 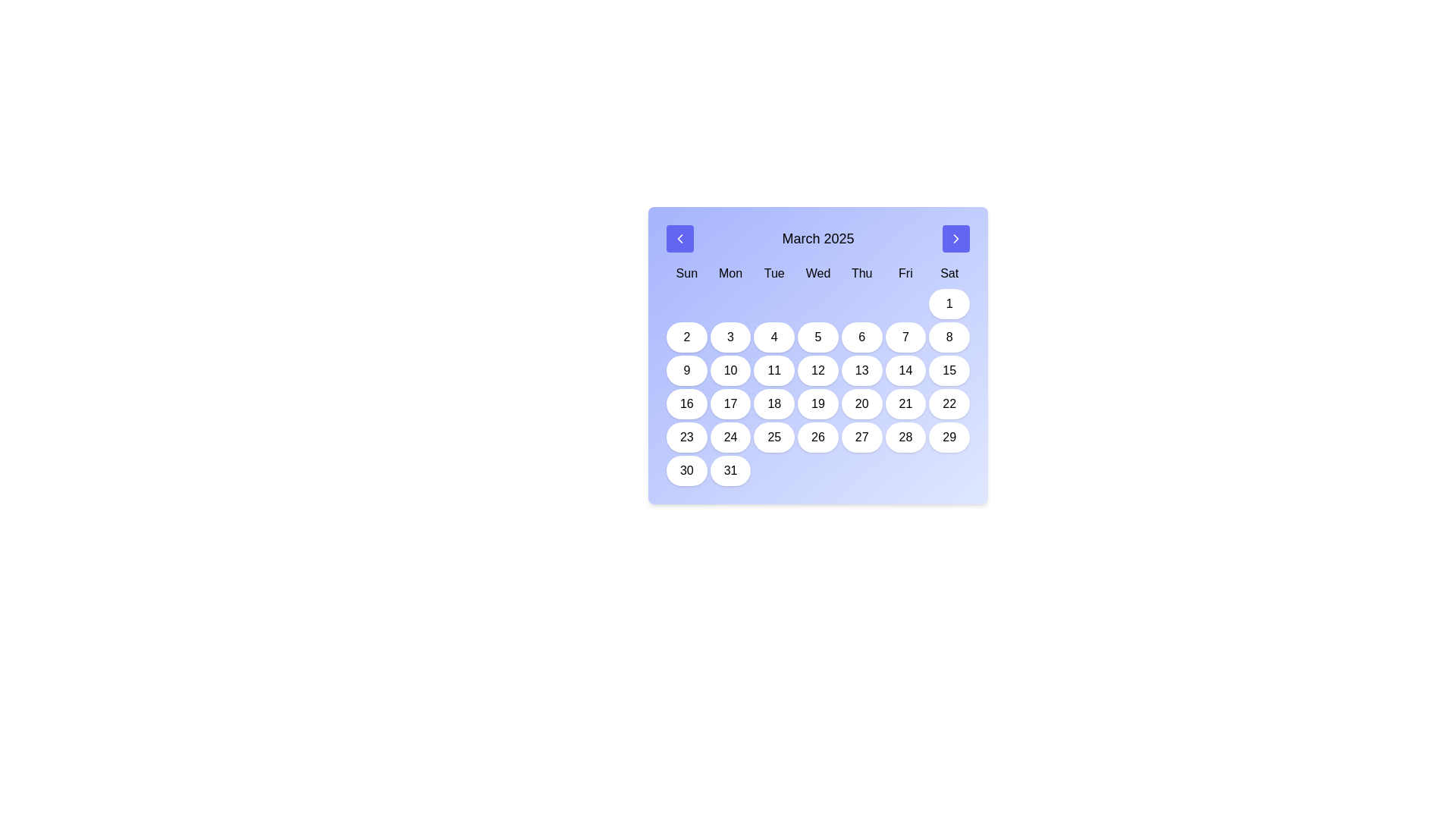 What do you see at coordinates (817, 371) in the screenshot?
I see `the selectable date button representing the 12th of the month in the calendar interface to observe the styling change` at bounding box center [817, 371].